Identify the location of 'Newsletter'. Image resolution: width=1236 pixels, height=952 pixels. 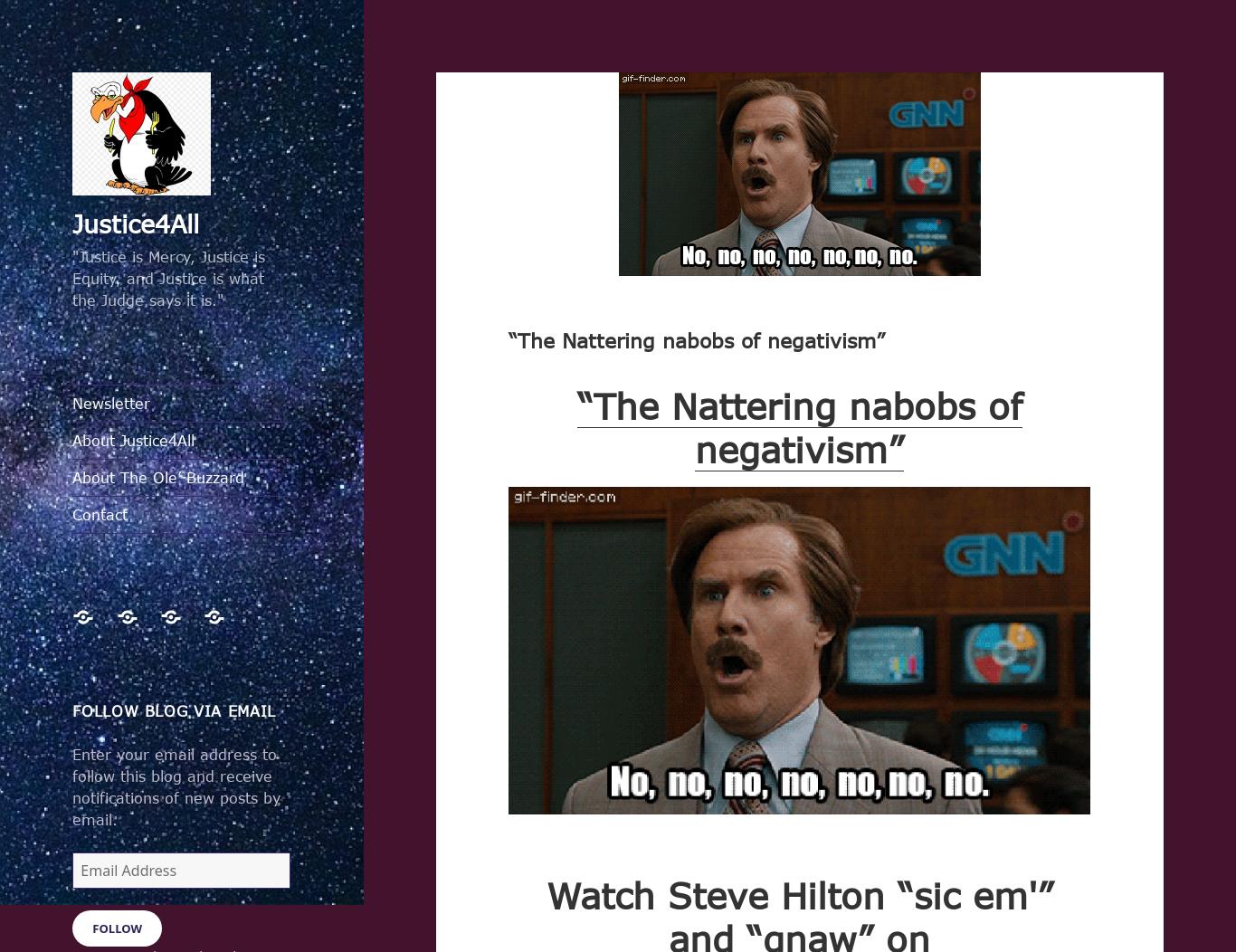
(72, 402).